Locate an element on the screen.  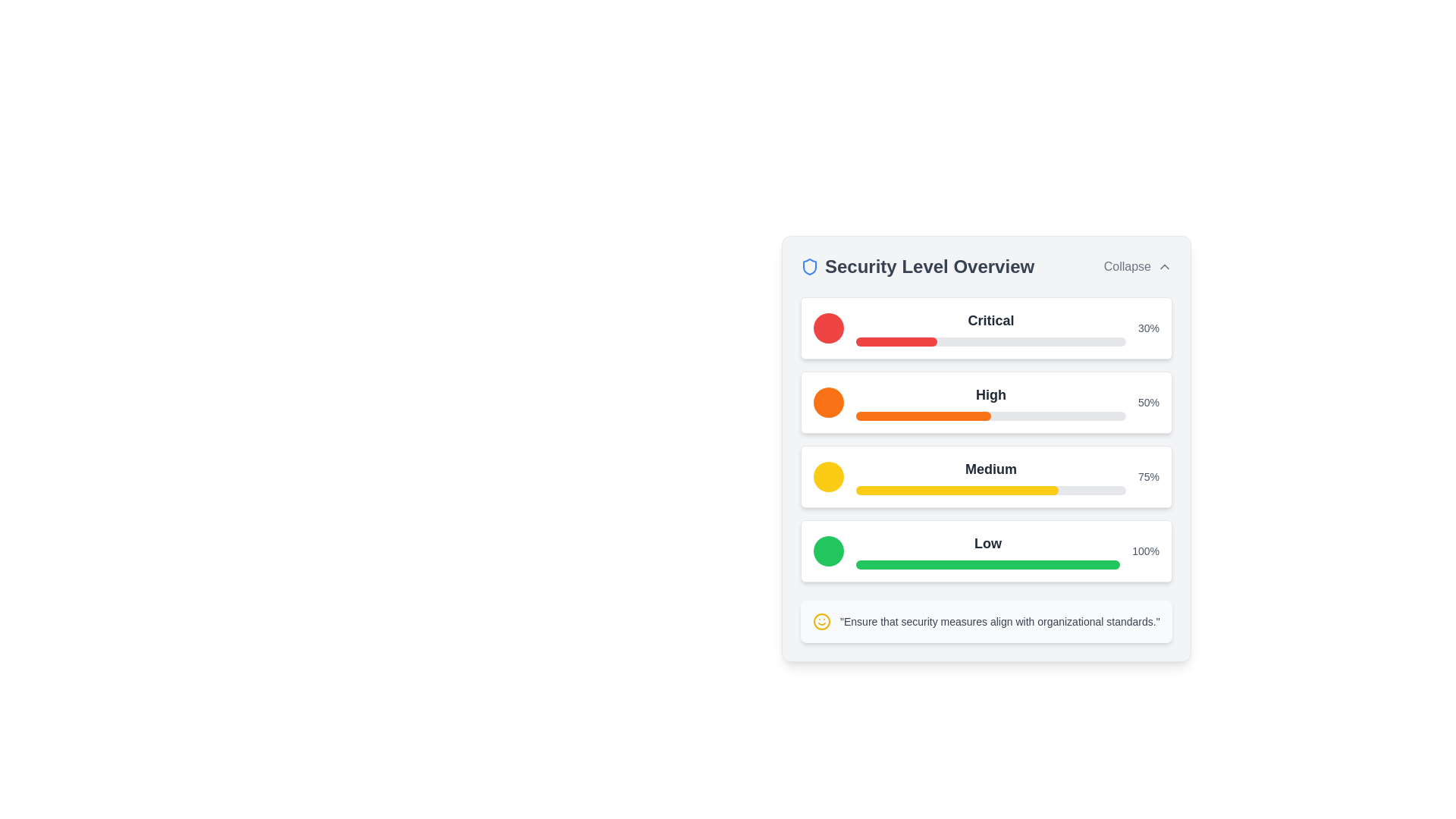
the visual representation of the percentage on the progress bar labeled 'Critical', which shows 30% progress and is positioned below the 'Critical' label is located at coordinates (990, 342).